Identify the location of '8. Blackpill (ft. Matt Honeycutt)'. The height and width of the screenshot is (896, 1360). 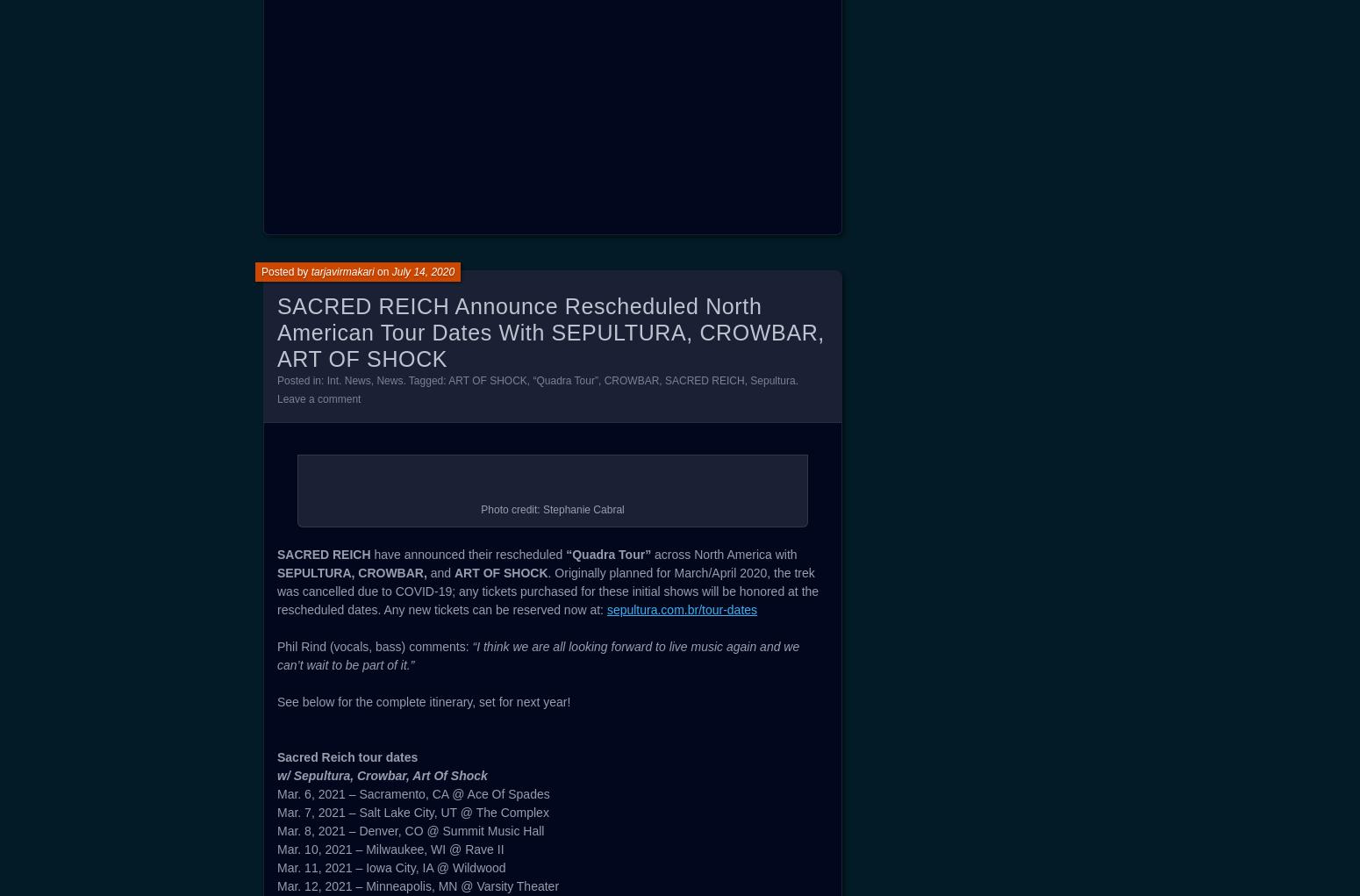
(360, 99).